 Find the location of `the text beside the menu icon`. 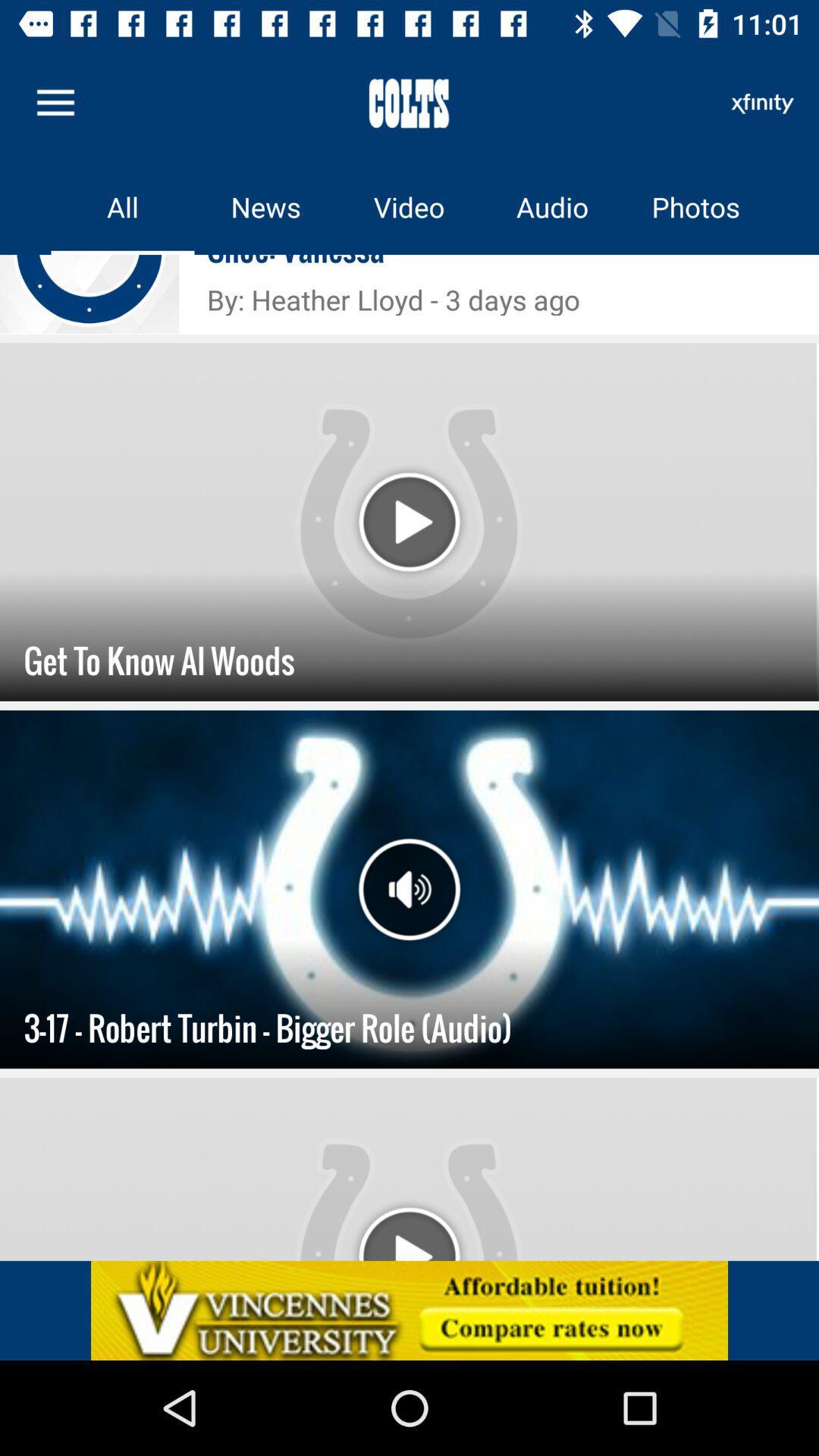

the text beside the menu icon is located at coordinates (409, 102).